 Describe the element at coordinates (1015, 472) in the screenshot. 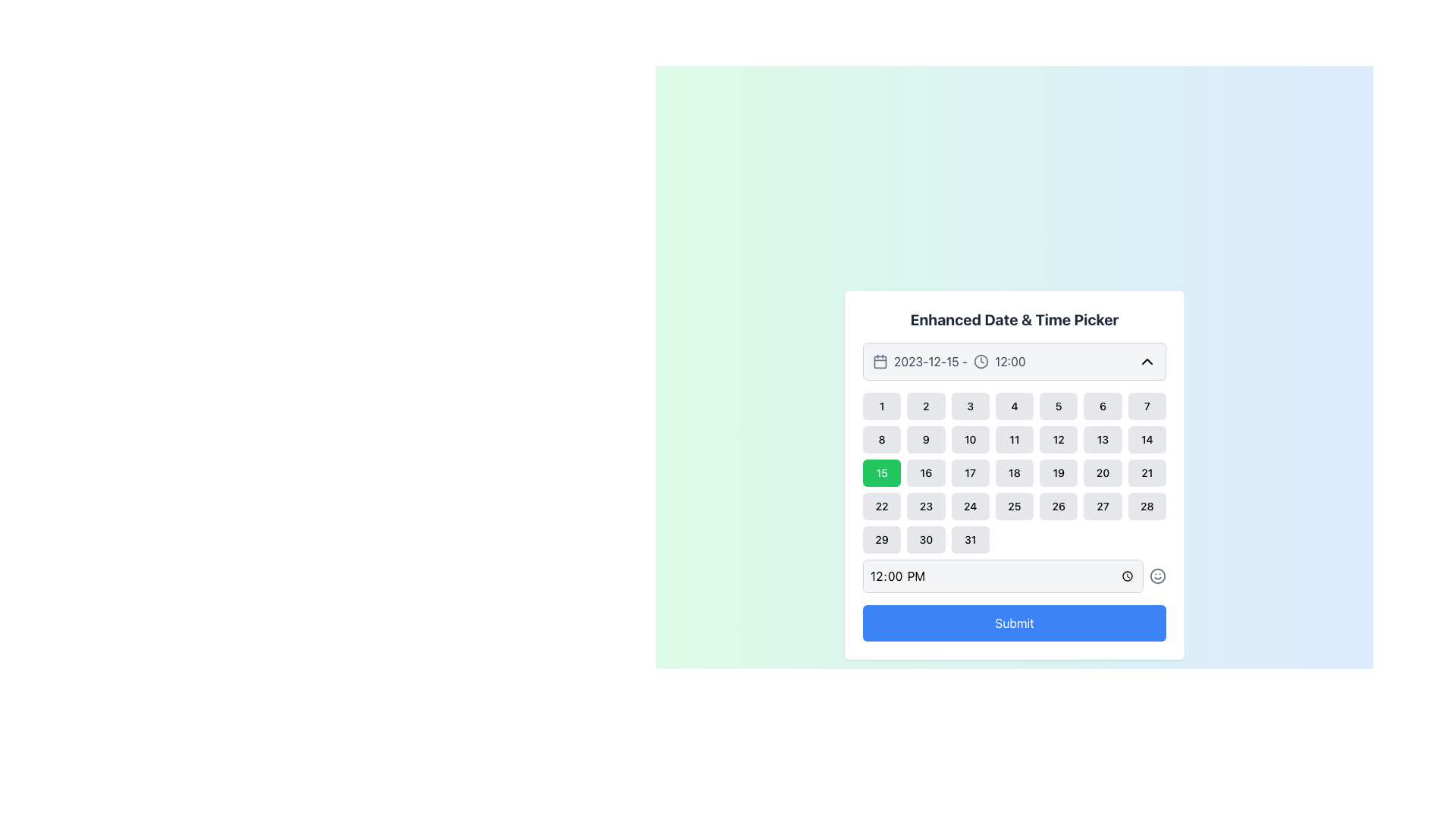

I see `the button displaying the number '18' in the fourth row and fourth column of the grid layout` at that location.